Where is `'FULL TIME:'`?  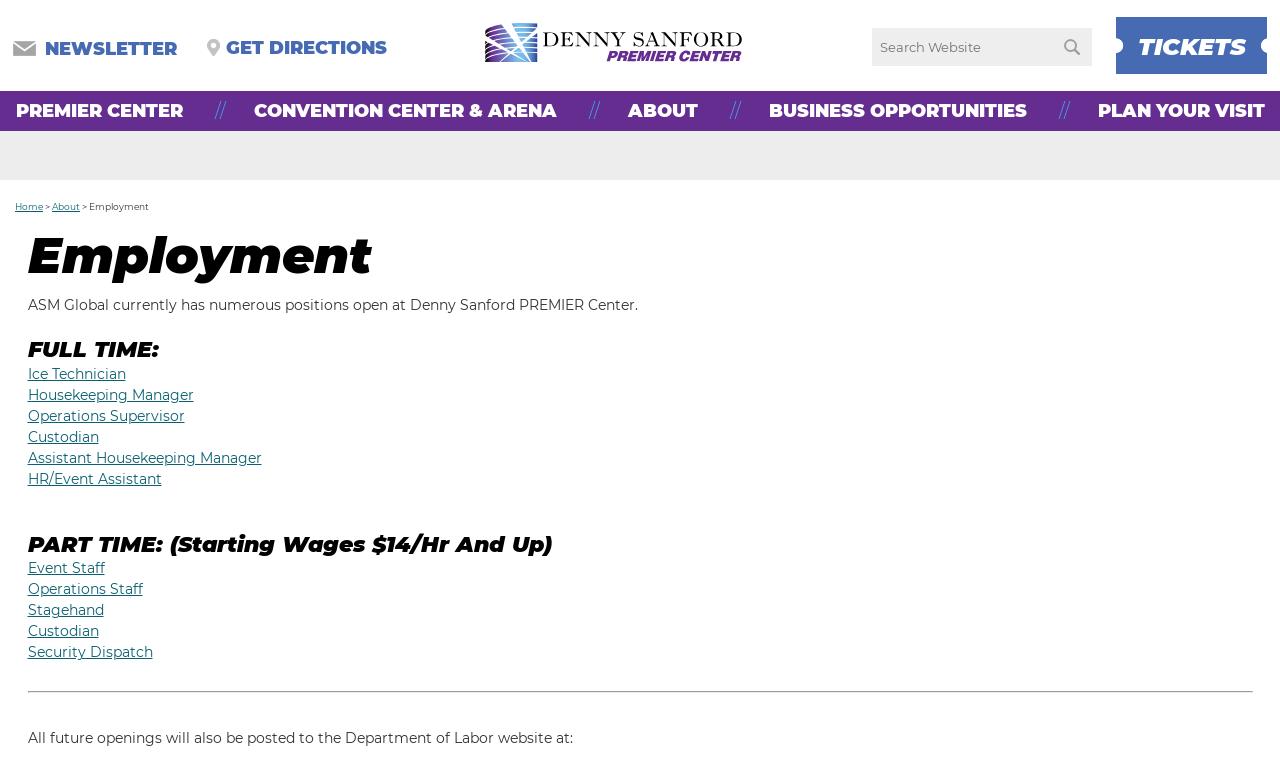
'FULL TIME:' is located at coordinates (91, 348).